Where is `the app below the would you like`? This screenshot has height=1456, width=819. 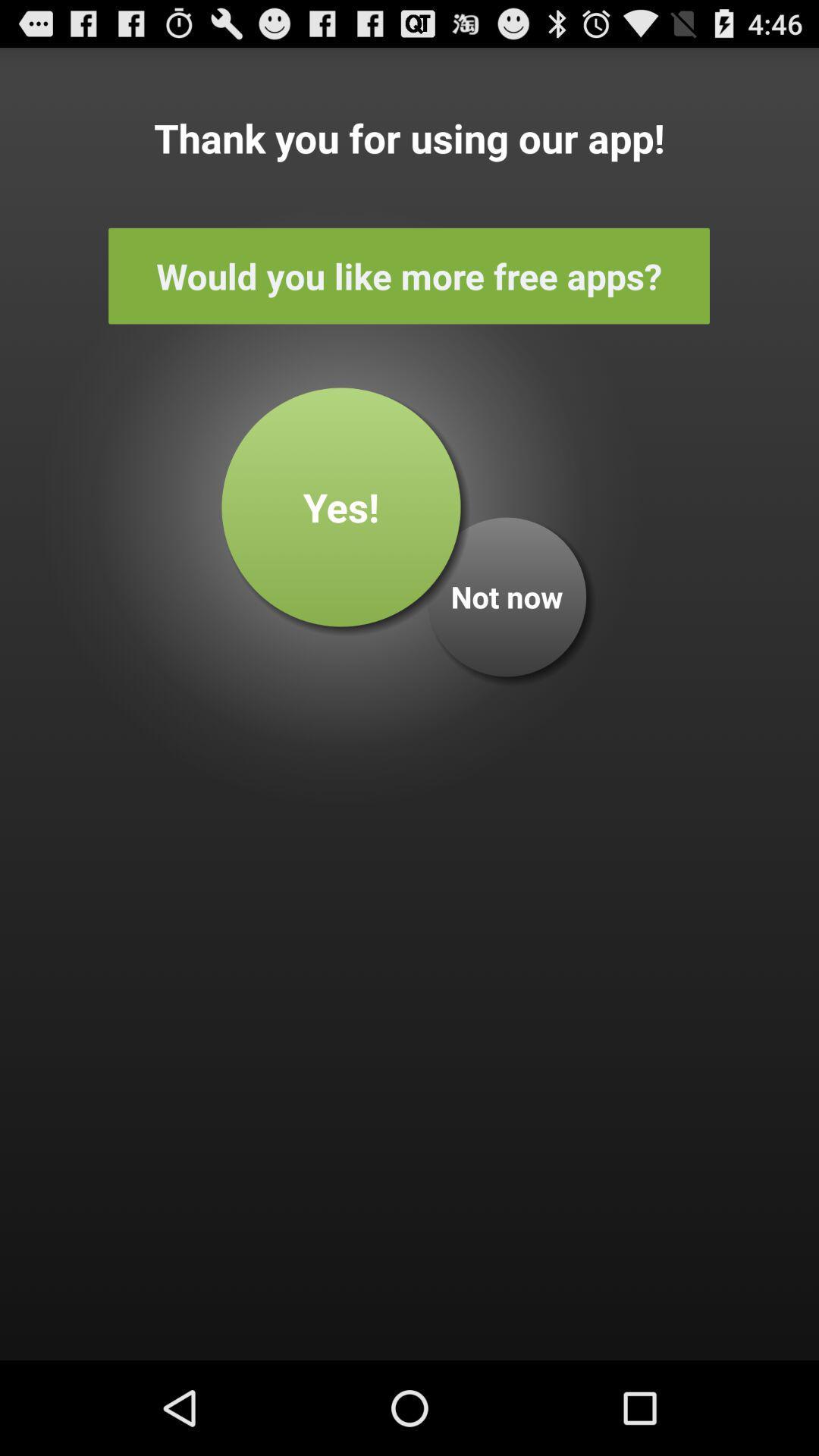 the app below the would you like is located at coordinates (507, 596).